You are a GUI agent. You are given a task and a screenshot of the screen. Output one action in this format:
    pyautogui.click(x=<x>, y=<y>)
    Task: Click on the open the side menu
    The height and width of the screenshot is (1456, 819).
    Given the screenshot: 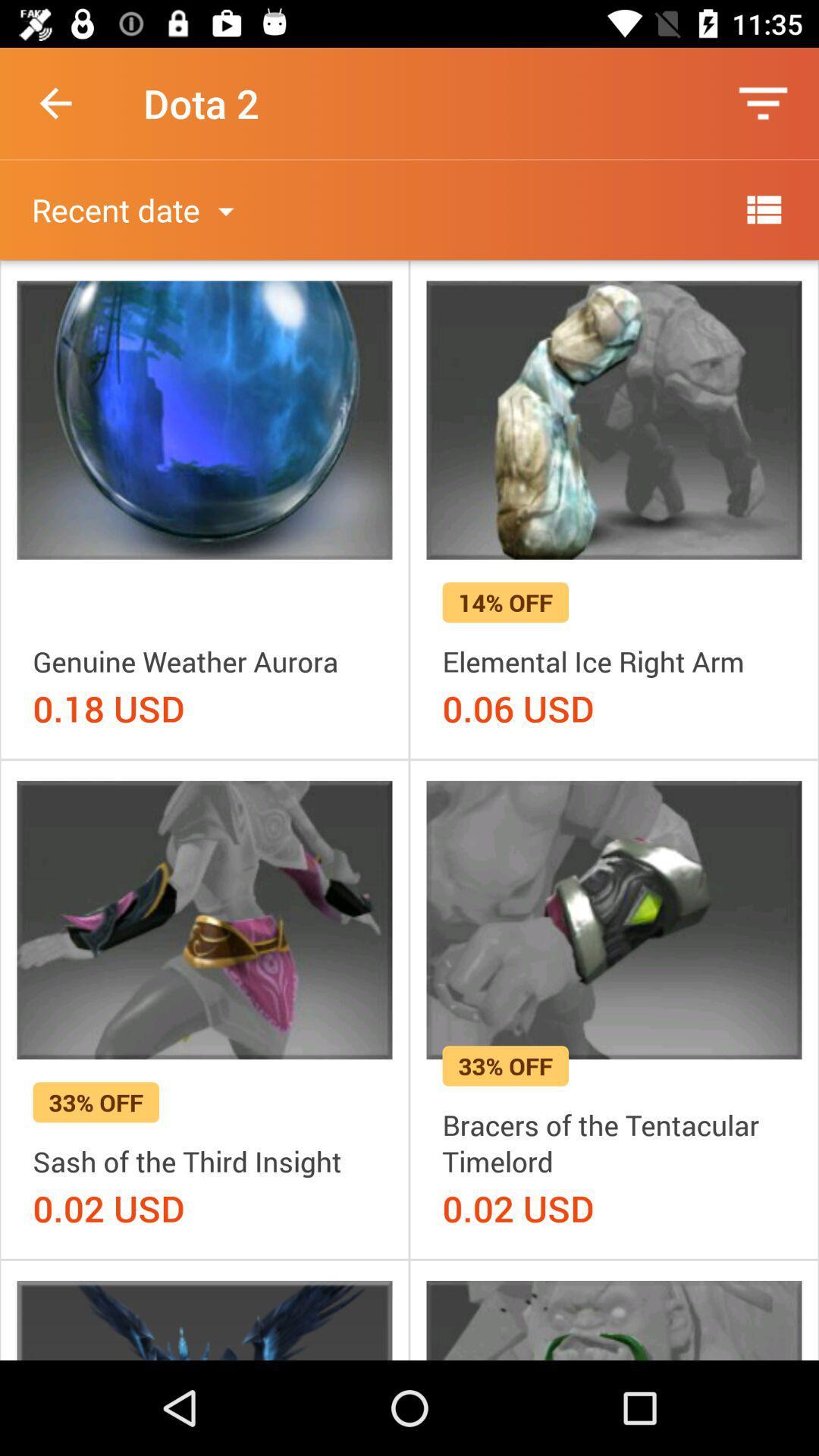 What is the action you would take?
    pyautogui.click(x=763, y=209)
    